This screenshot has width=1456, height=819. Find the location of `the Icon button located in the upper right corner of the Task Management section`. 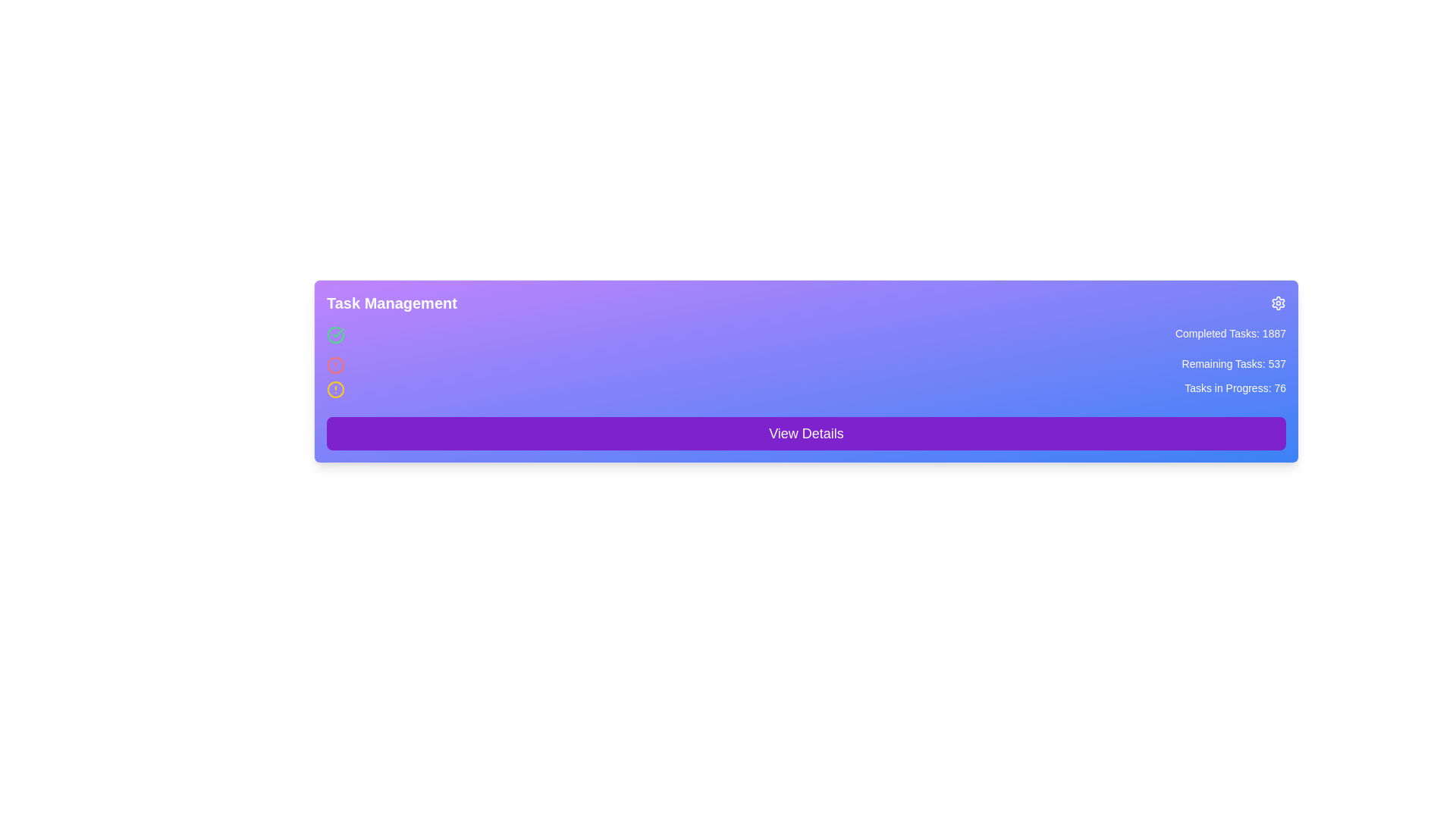

the Icon button located in the upper right corner of the Task Management section is located at coordinates (1277, 303).